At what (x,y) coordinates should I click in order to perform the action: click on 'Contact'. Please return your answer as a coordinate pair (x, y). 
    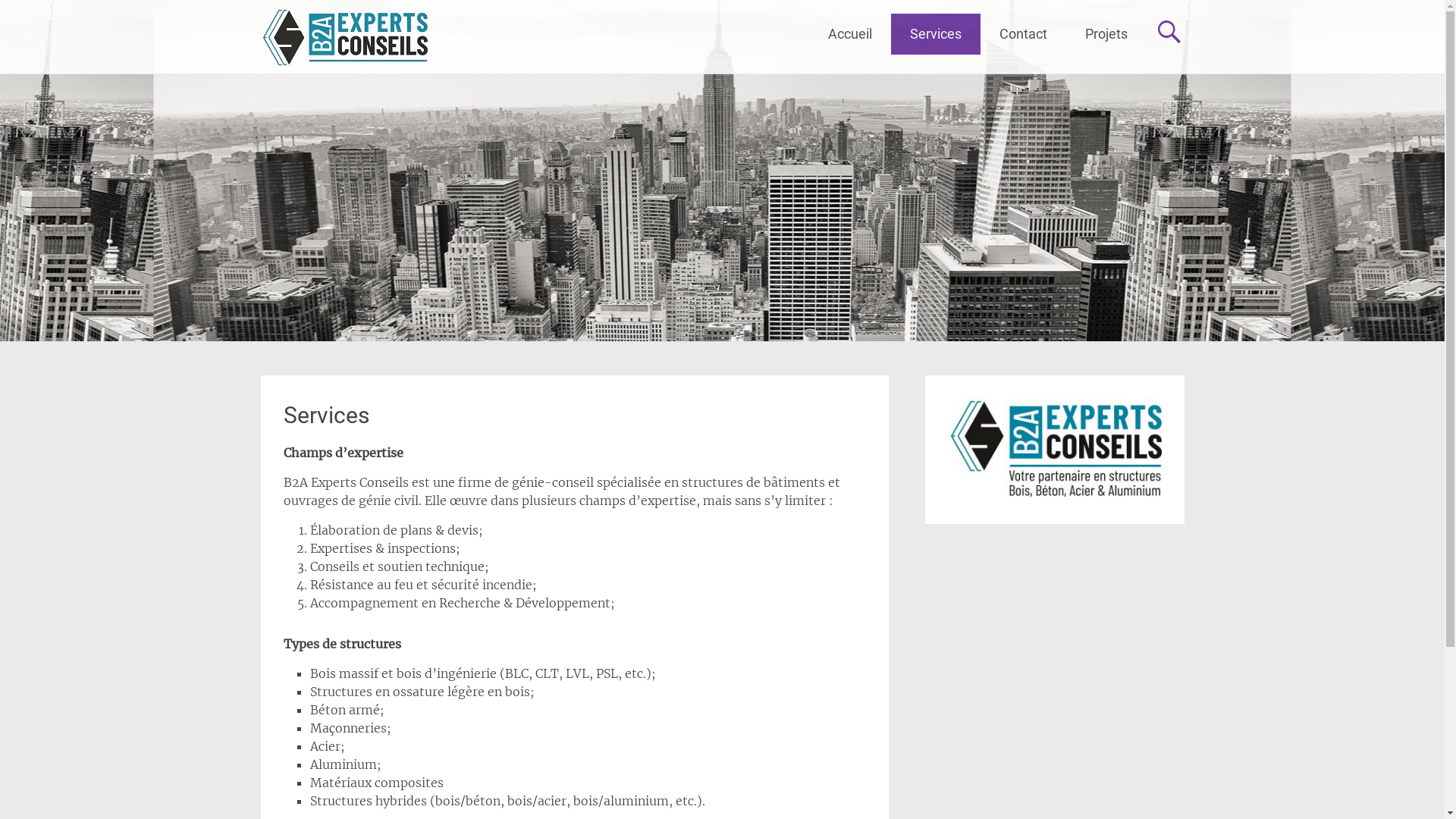
    Looking at the image, I should click on (1022, 34).